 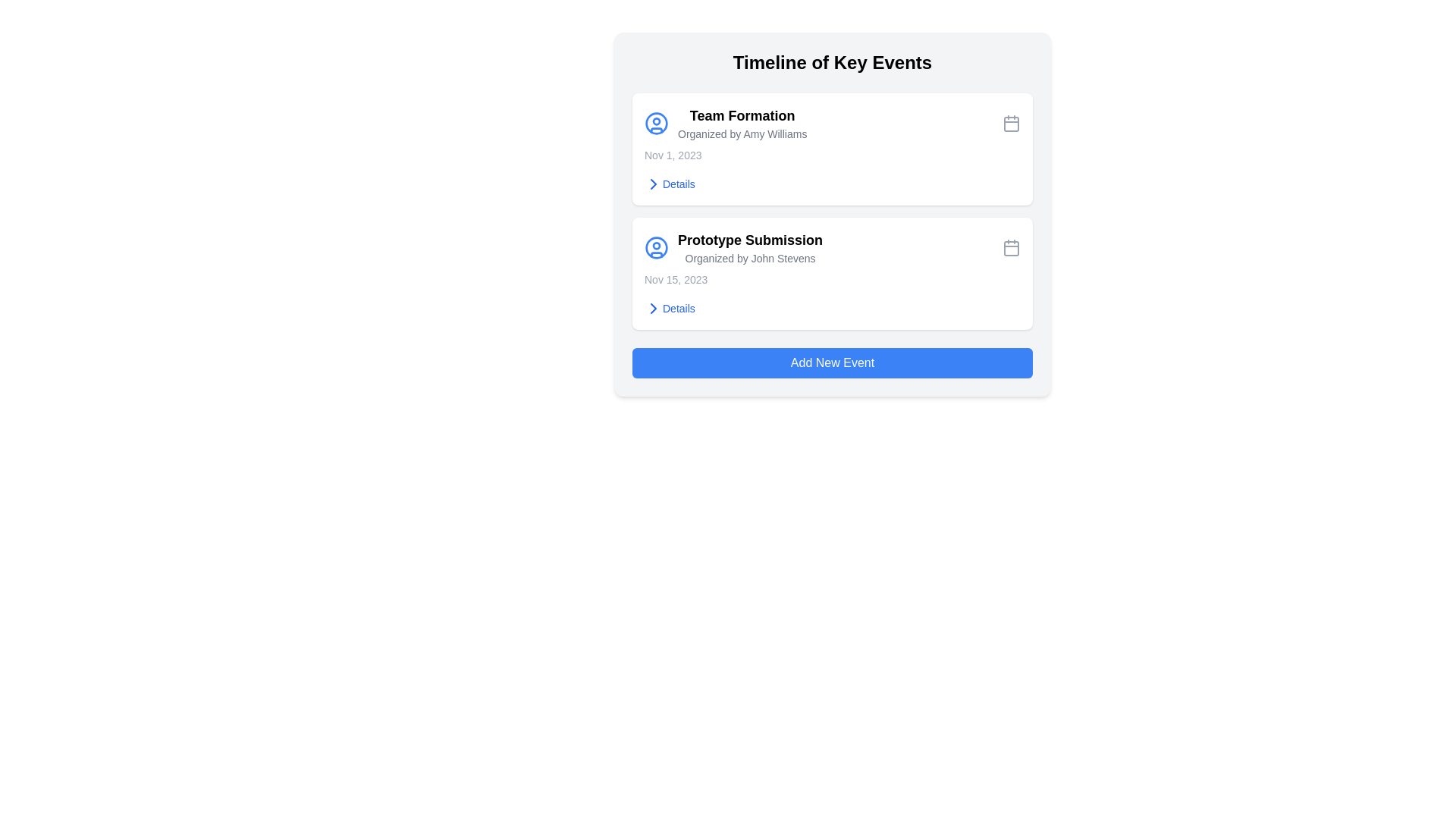 What do you see at coordinates (669, 184) in the screenshot?
I see `the clickable text 'Details' with a blue font and a right-pointing chevron icon` at bounding box center [669, 184].